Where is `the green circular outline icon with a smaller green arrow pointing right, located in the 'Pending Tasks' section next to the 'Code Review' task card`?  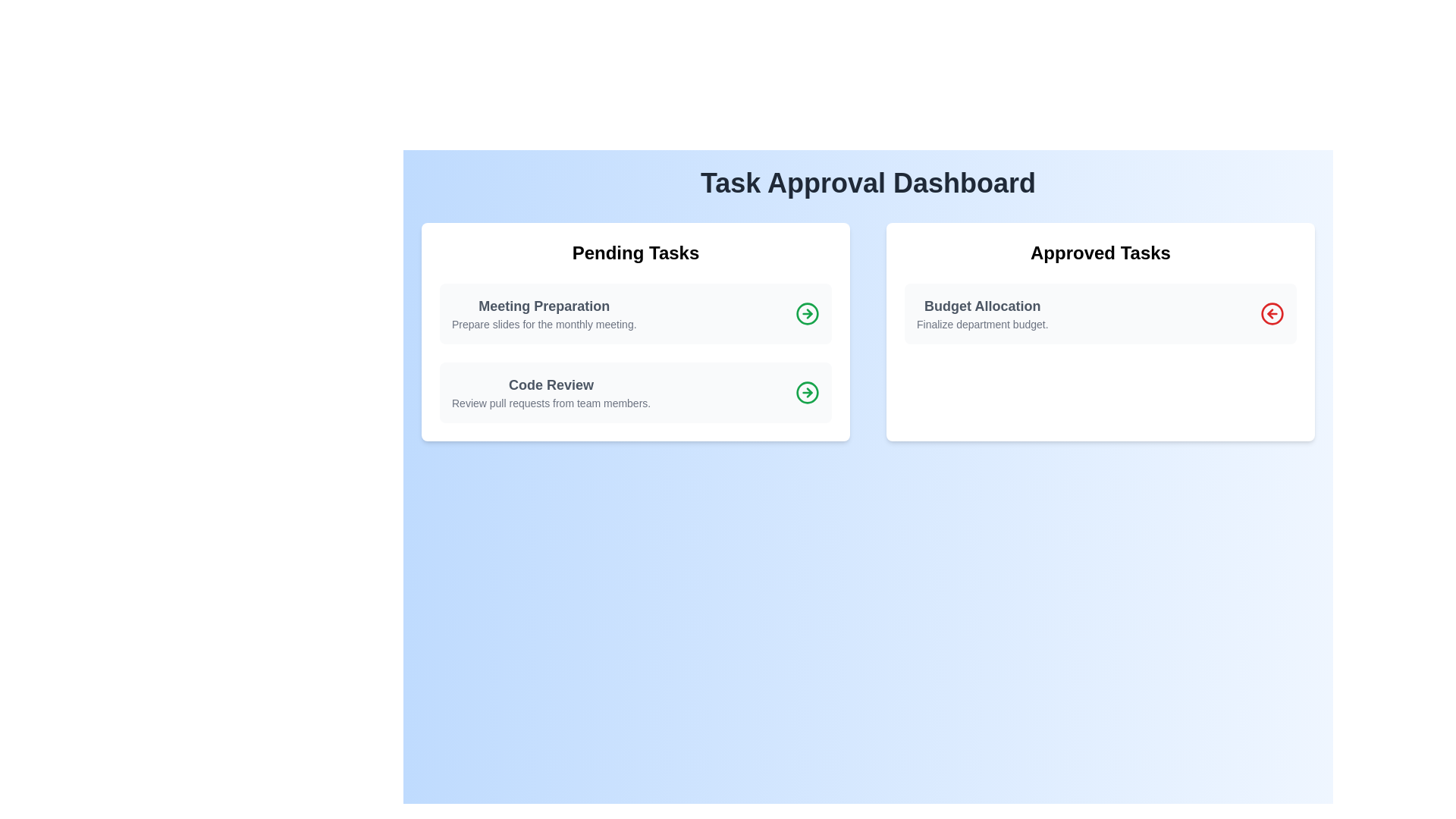
the green circular outline icon with a smaller green arrow pointing right, located in the 'Pending Tasks' section next to the 'Code Review' task card is located at coordinates (807, 312).